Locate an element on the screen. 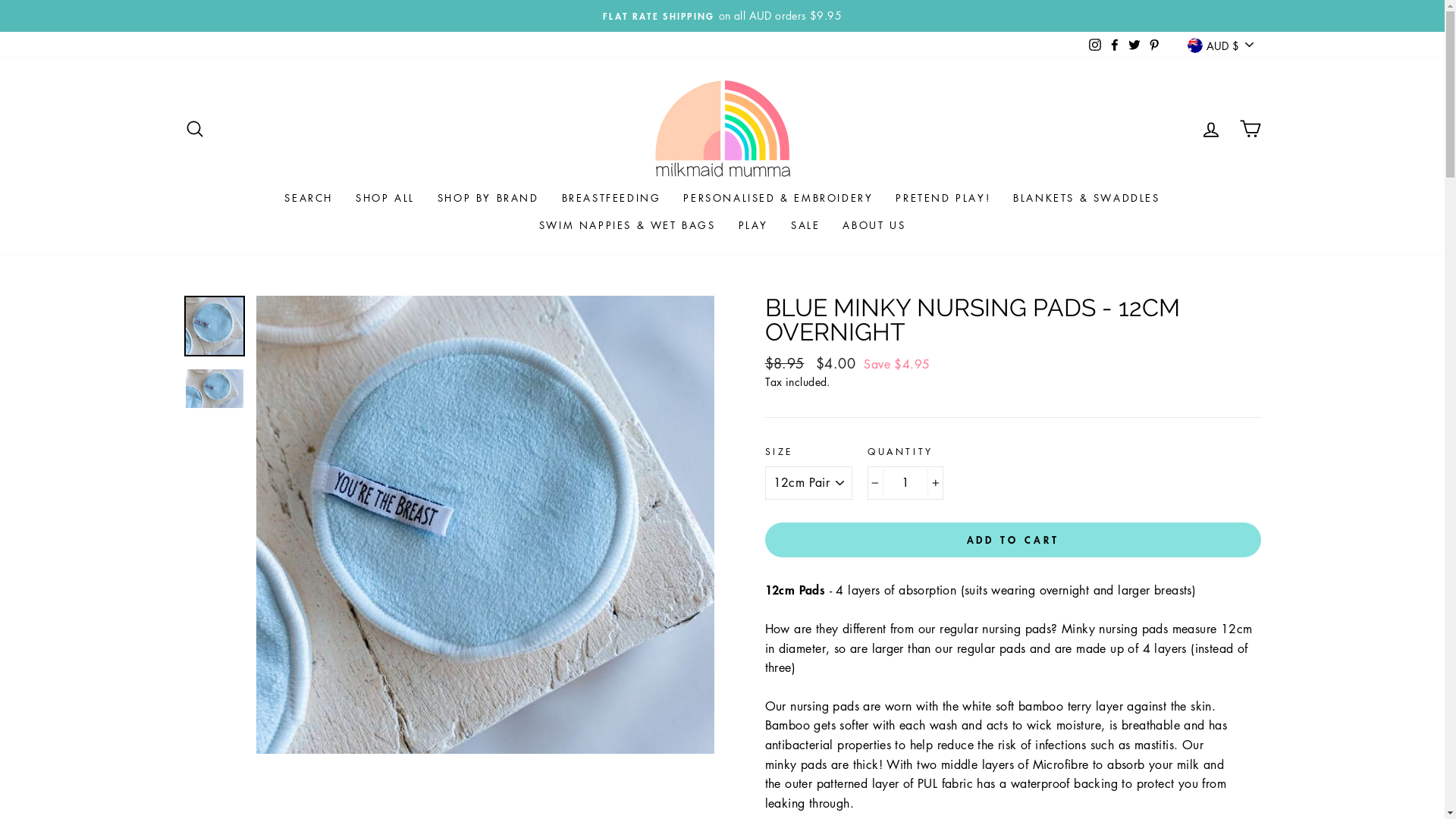  'SALE' is located at coordinates (779, 225).